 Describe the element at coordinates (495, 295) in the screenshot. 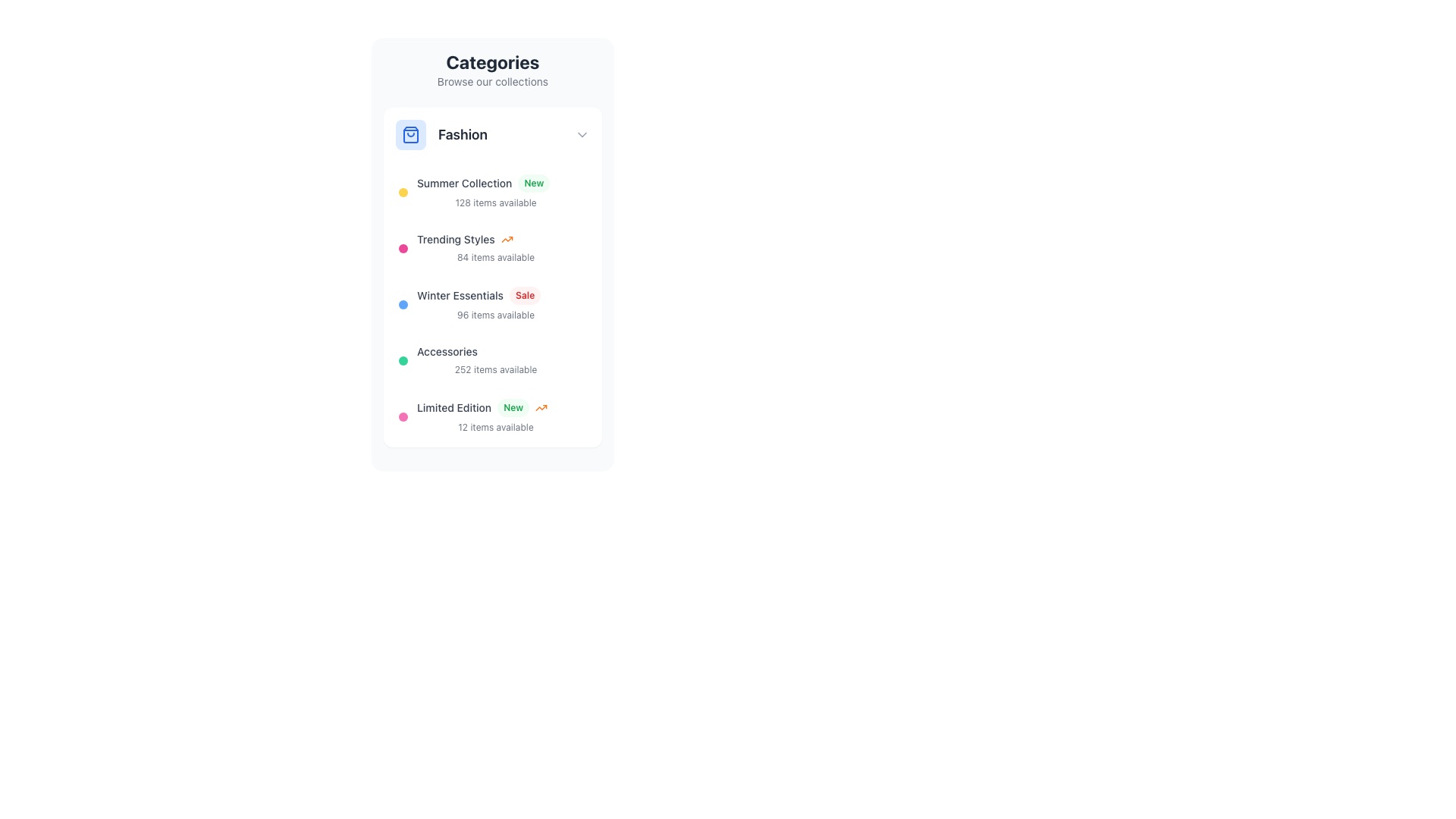

I see `displayed text from the Text Label with Badge that shows 'Winter Essentials' and 'Sale' in the sidebar under 'Fashion', positioned between 'Trending Styles' and 'Accessories'` at that location.